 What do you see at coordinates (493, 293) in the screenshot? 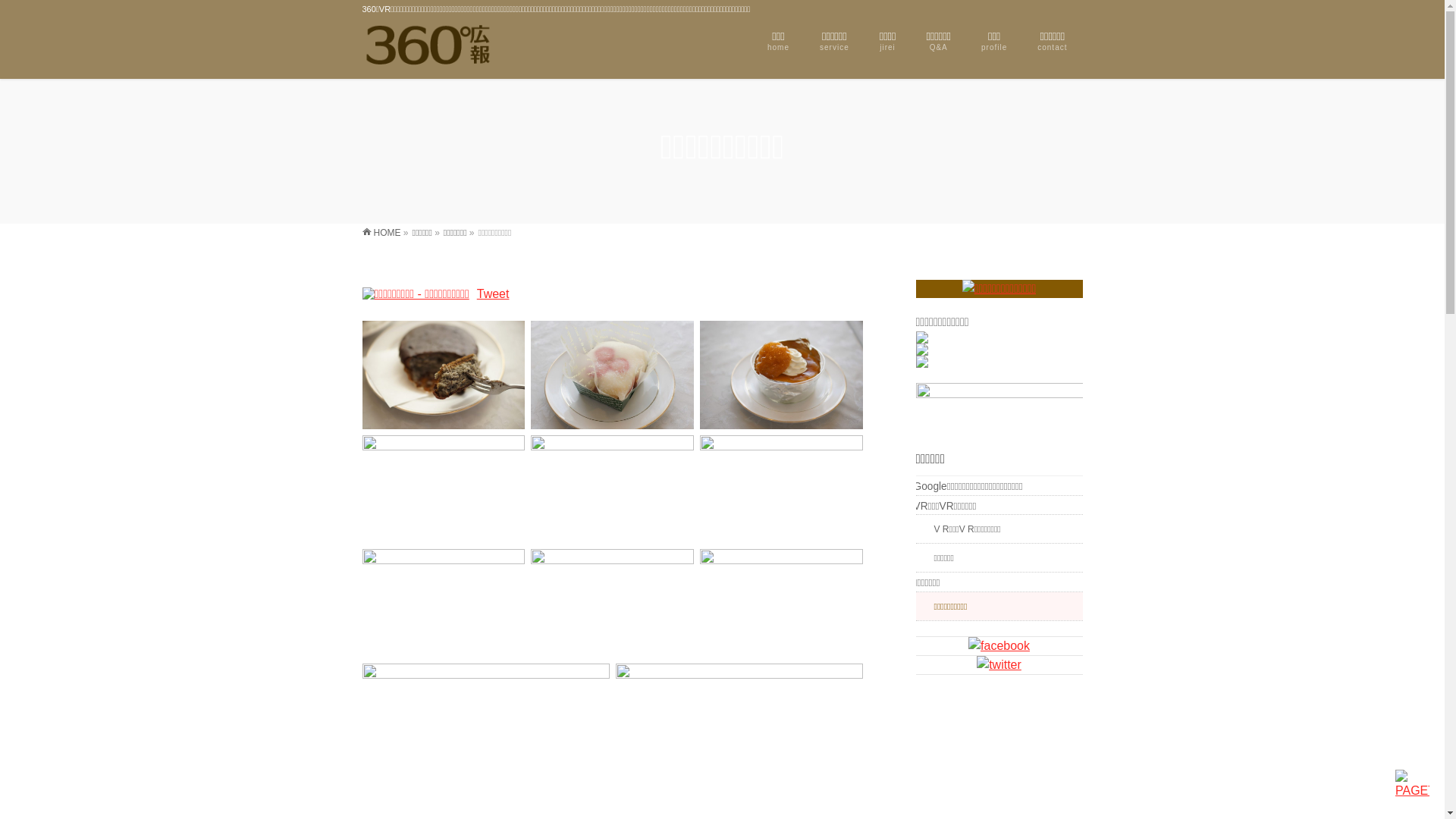
I see `'Tweet'` at bounding box center [493, 293].